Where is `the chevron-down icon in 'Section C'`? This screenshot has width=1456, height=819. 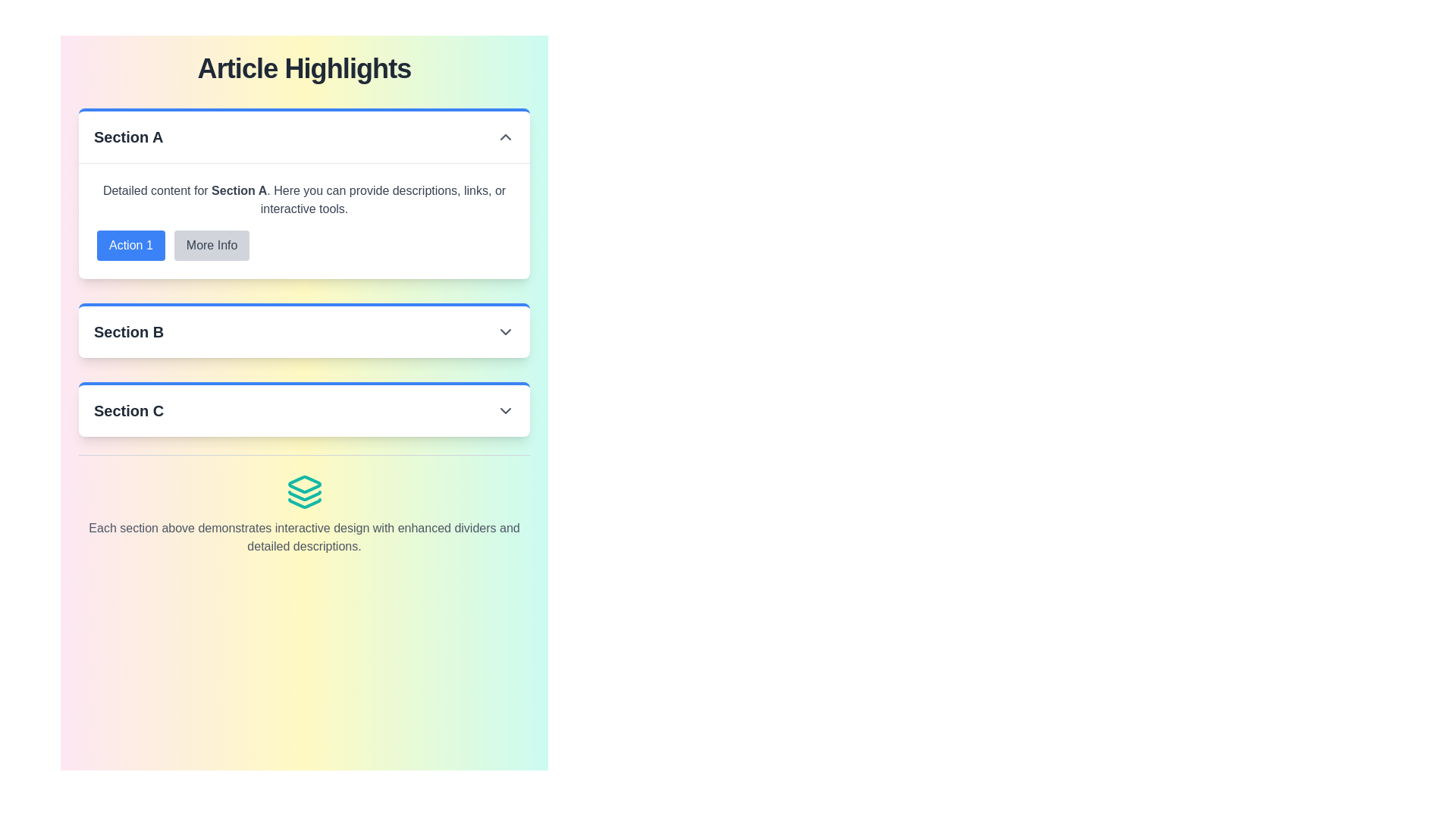
the chevron-down icon in 'Section C' is located at coordinates (506, 411).